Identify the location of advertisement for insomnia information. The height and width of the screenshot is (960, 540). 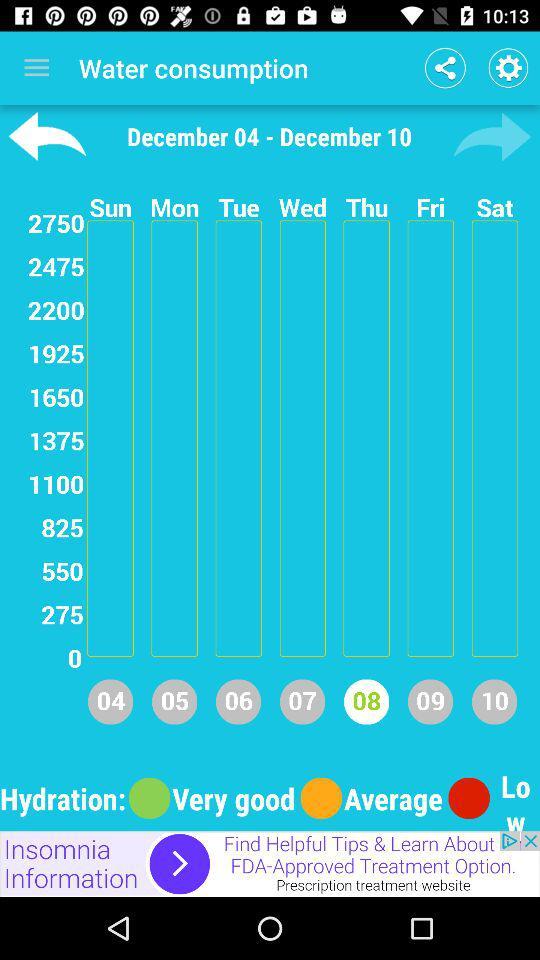
(270, 863).